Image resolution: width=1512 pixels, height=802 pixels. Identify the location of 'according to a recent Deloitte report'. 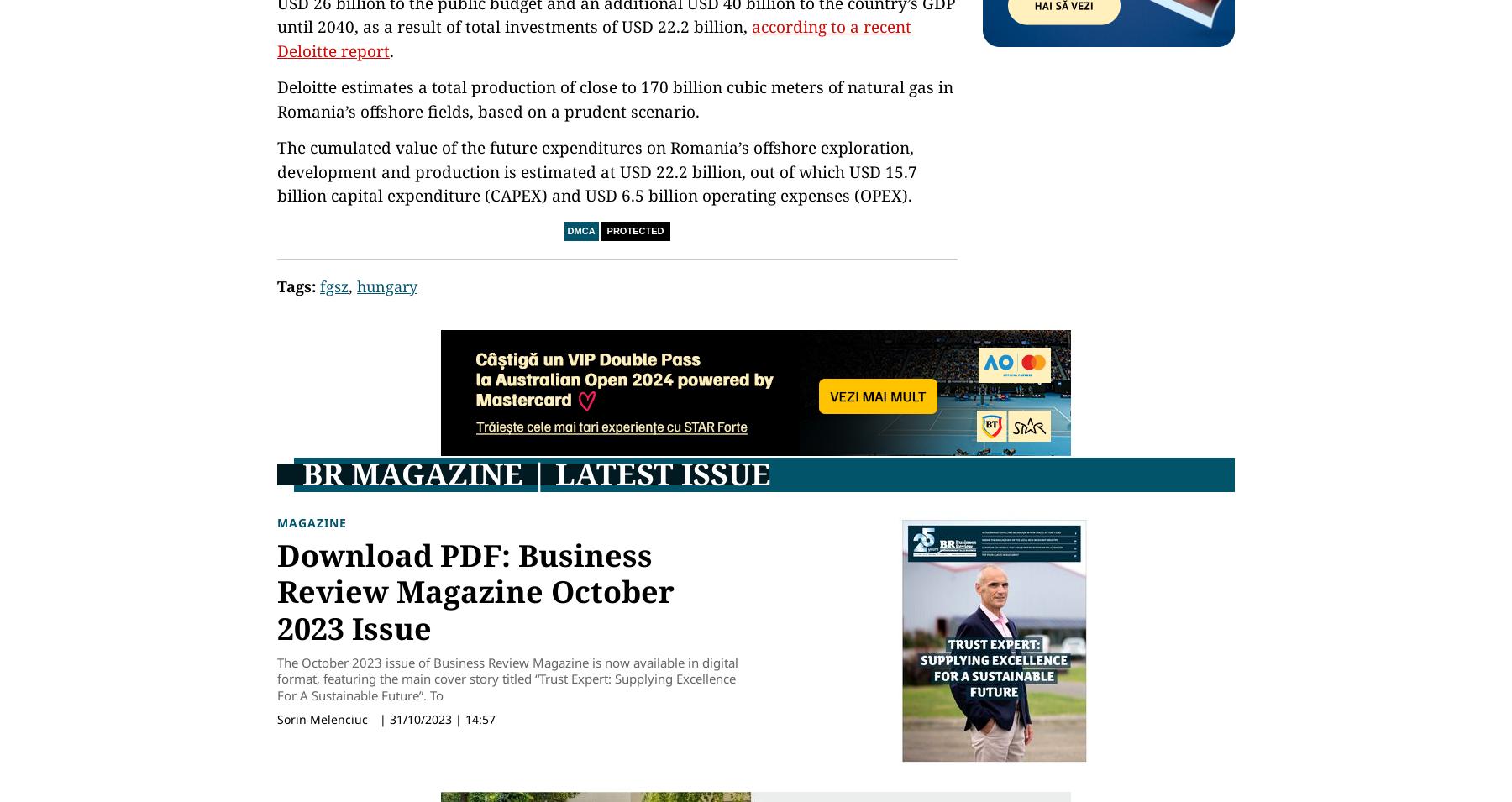
(593, 38).